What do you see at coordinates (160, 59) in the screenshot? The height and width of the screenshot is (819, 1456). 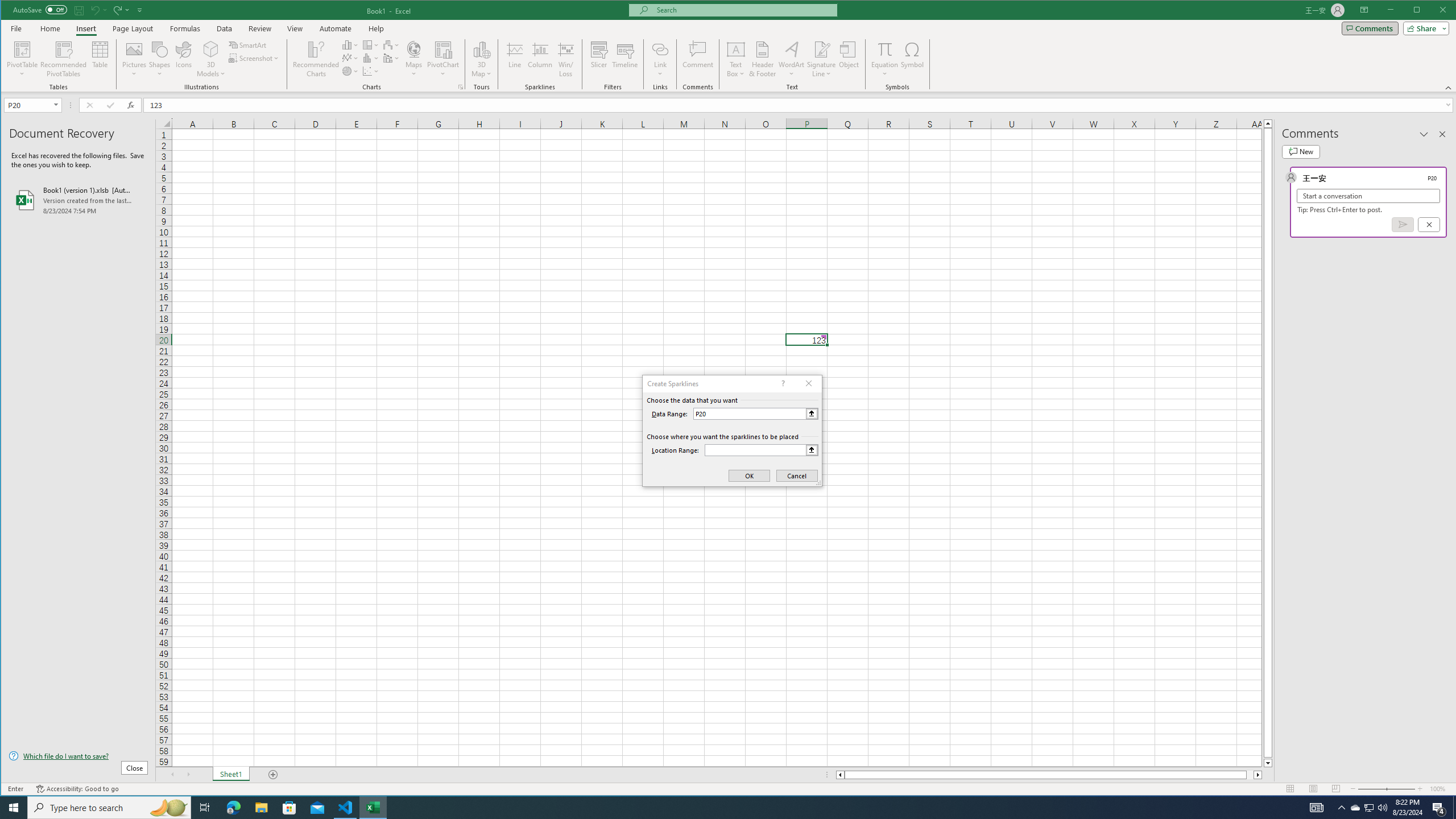 I see `'Shapes'` at bounding box center [160, 59].